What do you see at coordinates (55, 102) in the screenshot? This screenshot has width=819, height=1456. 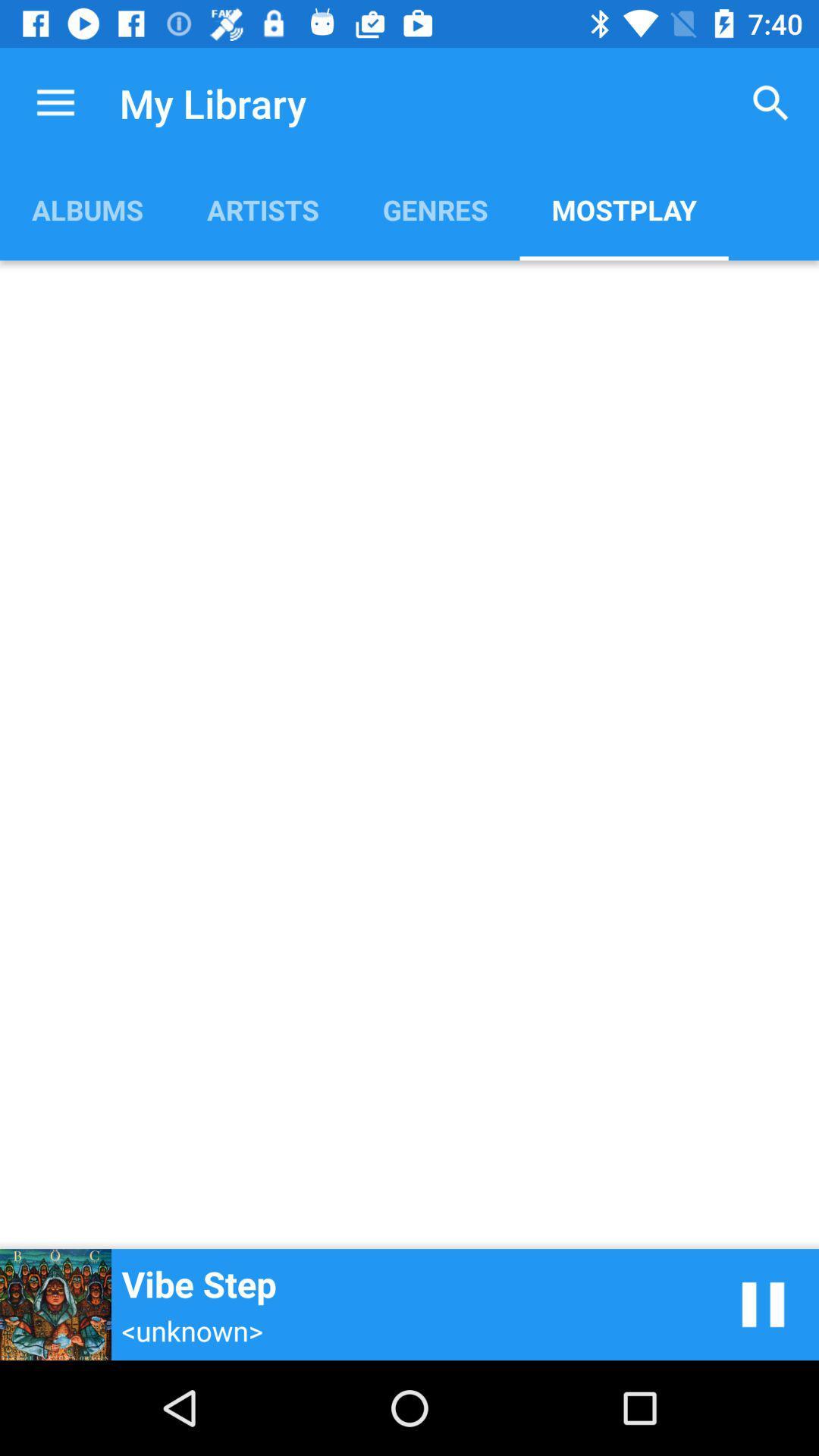 I see `item above the albums` at bounding box center [55, 102].